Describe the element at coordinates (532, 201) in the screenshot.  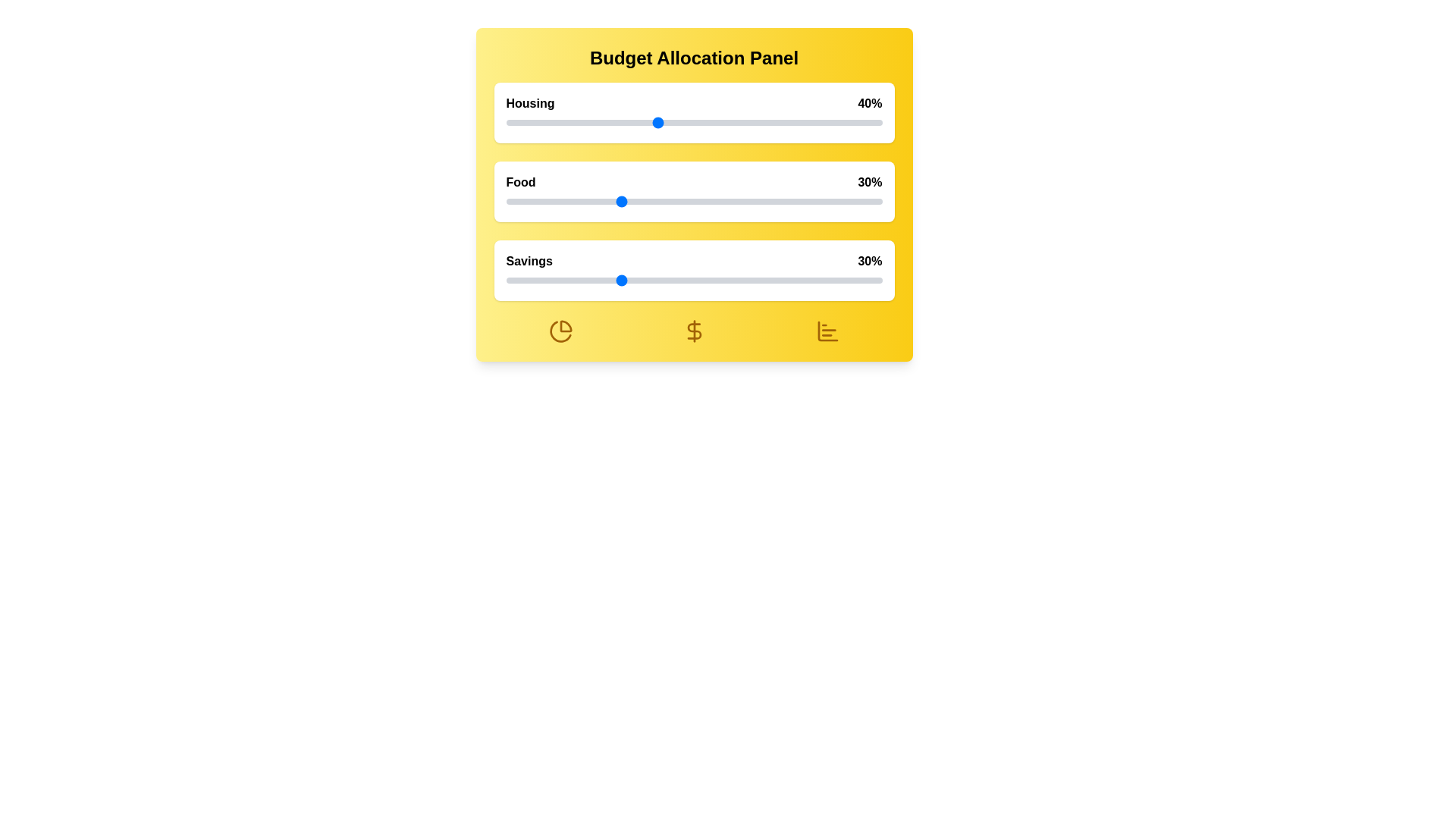
I see `the slider` at that location.